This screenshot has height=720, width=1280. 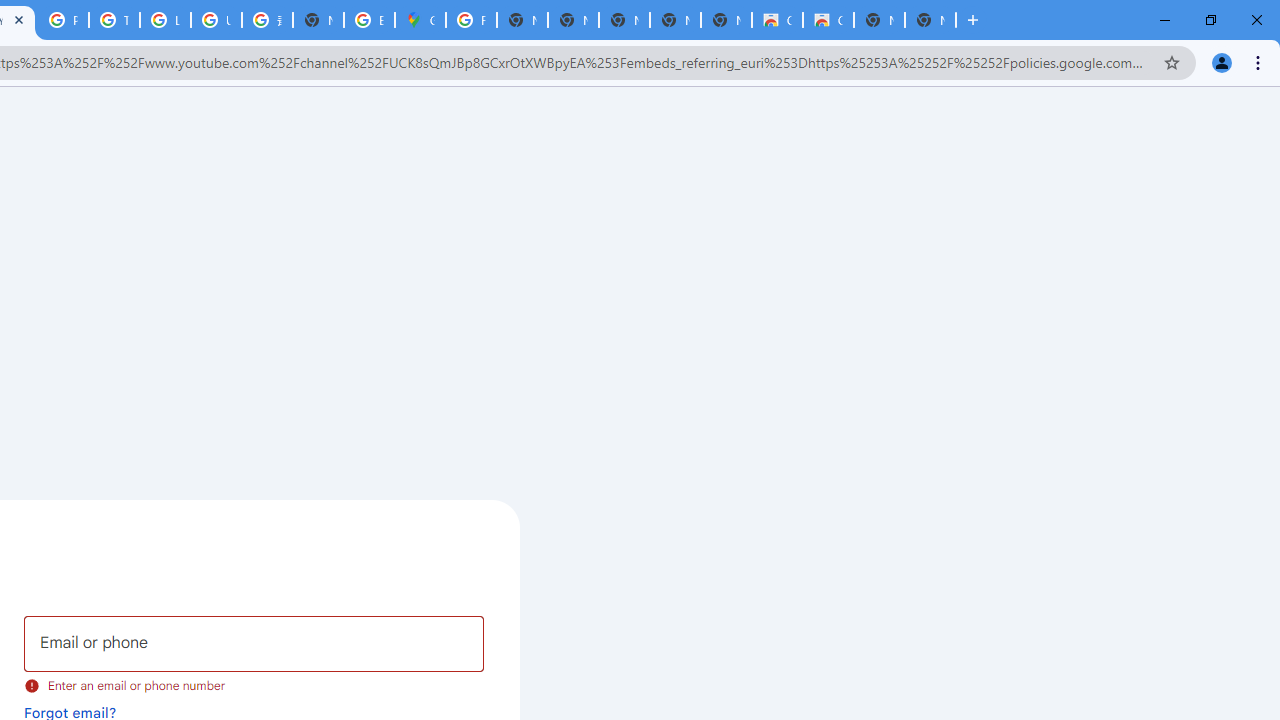 I want to click on 'Classic Blue - Chrome Web Store', so click(x=828, y=20).